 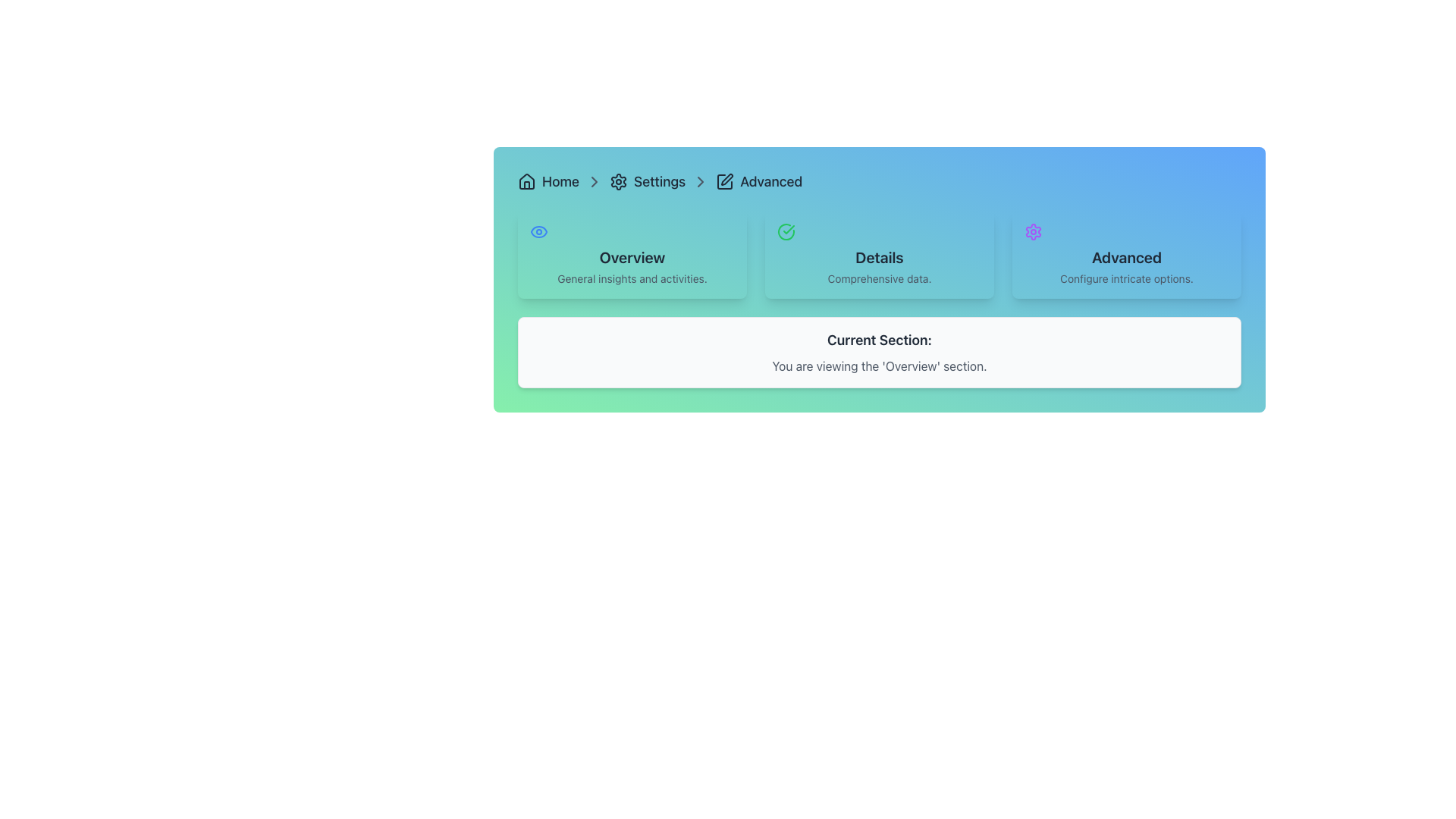 What do you see at coordinates (659, 180) in the screenshot?
I see `the 'Settings' hyperlink located in the navigation bar, which is styled with a medium font and has a hover underline effect` at bounding box center [659, 180].